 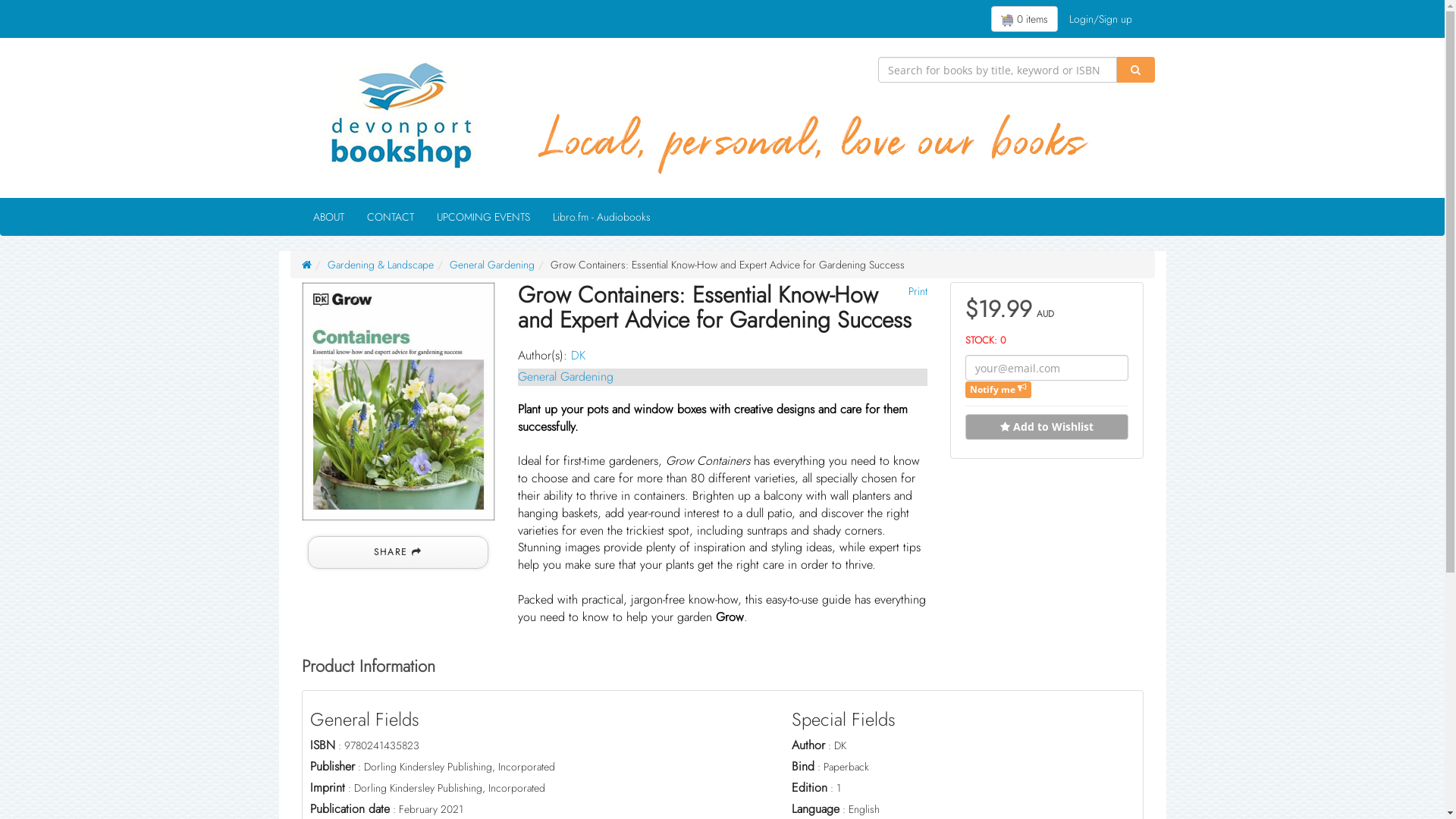 What do you see at coordinates (1023, 18) in the screenshot?
I see `'0 items'` at bounding box center [1023, 18].